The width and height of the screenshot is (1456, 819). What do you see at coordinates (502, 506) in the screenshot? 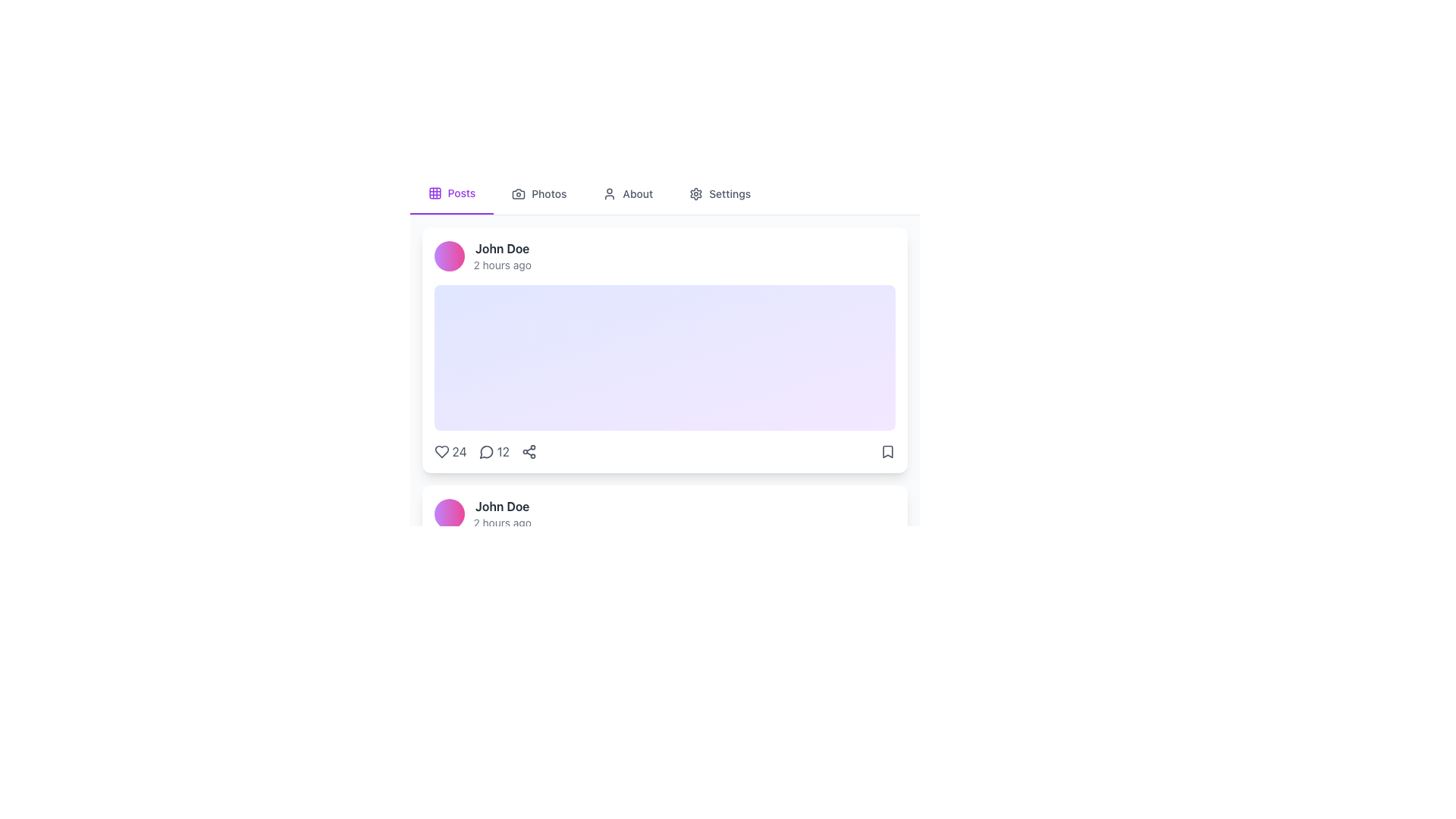
I see `the bolded text label displaying 'John Doe', which is prominently styled in dark gray and located in the user information block above the timestamp` at bounding box center [502, 506].